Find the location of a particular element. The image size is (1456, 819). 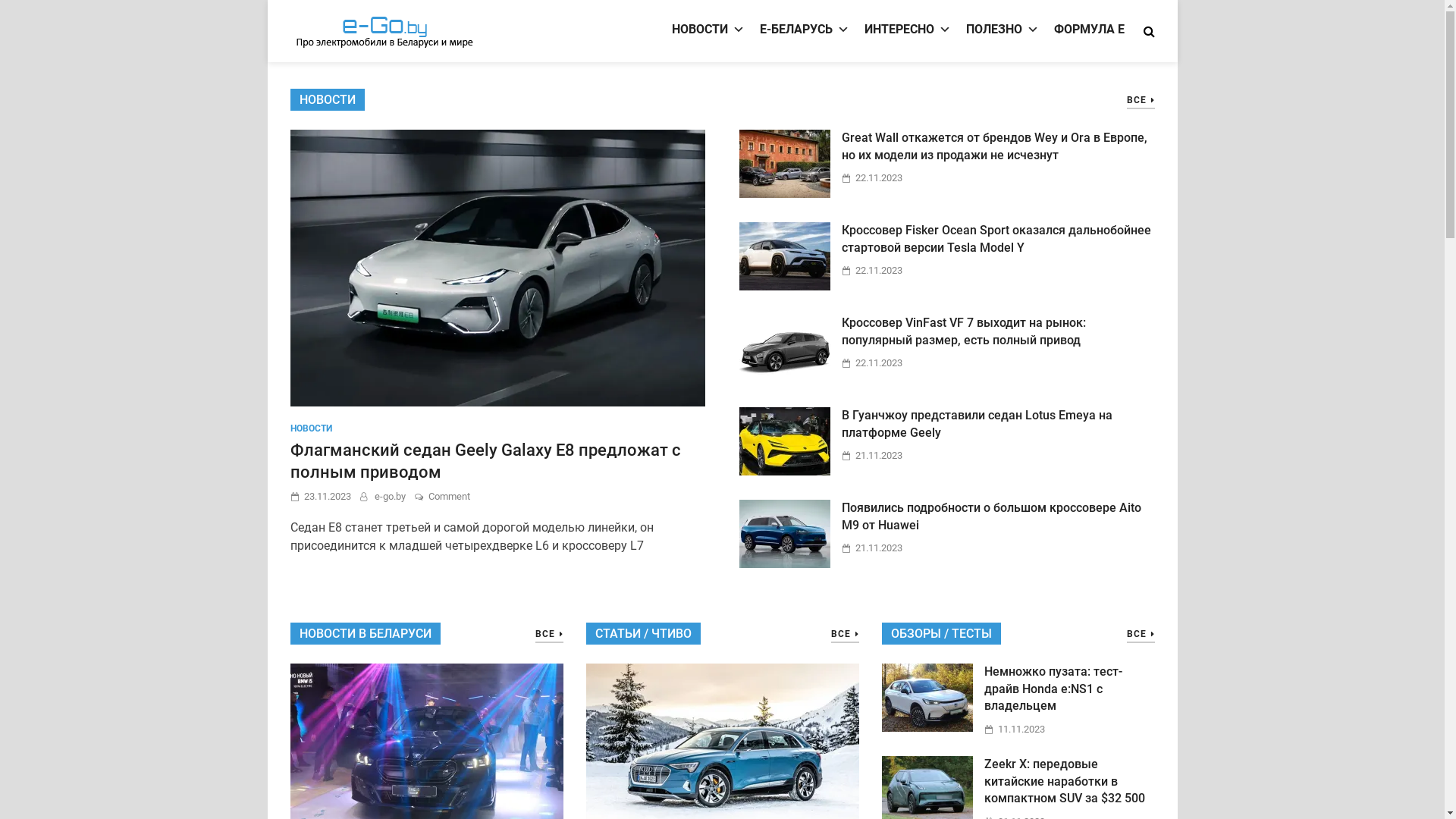

'e-go.by' is located at coordinates (390, 496).